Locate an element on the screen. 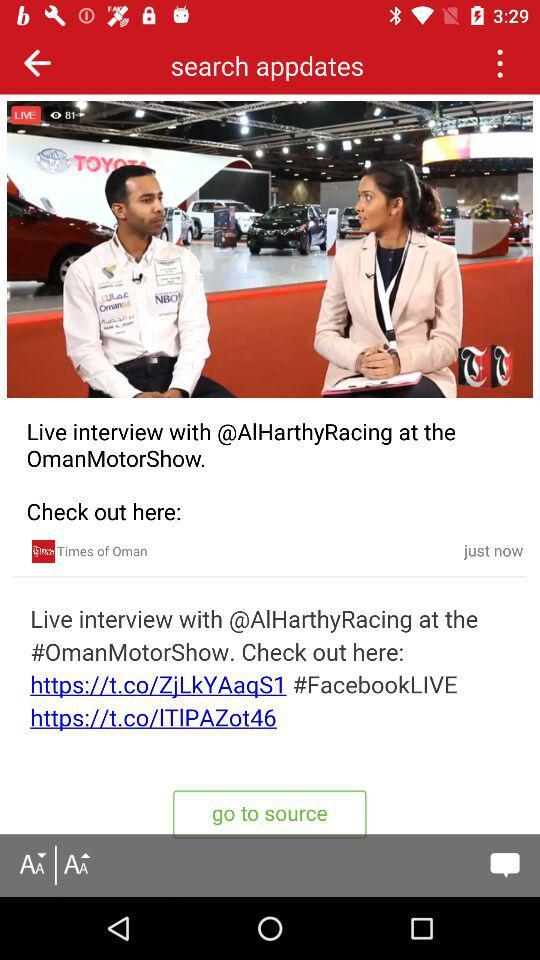 This screenshot has height=960, width=540. the font icon is located at coordinates (31, 864).